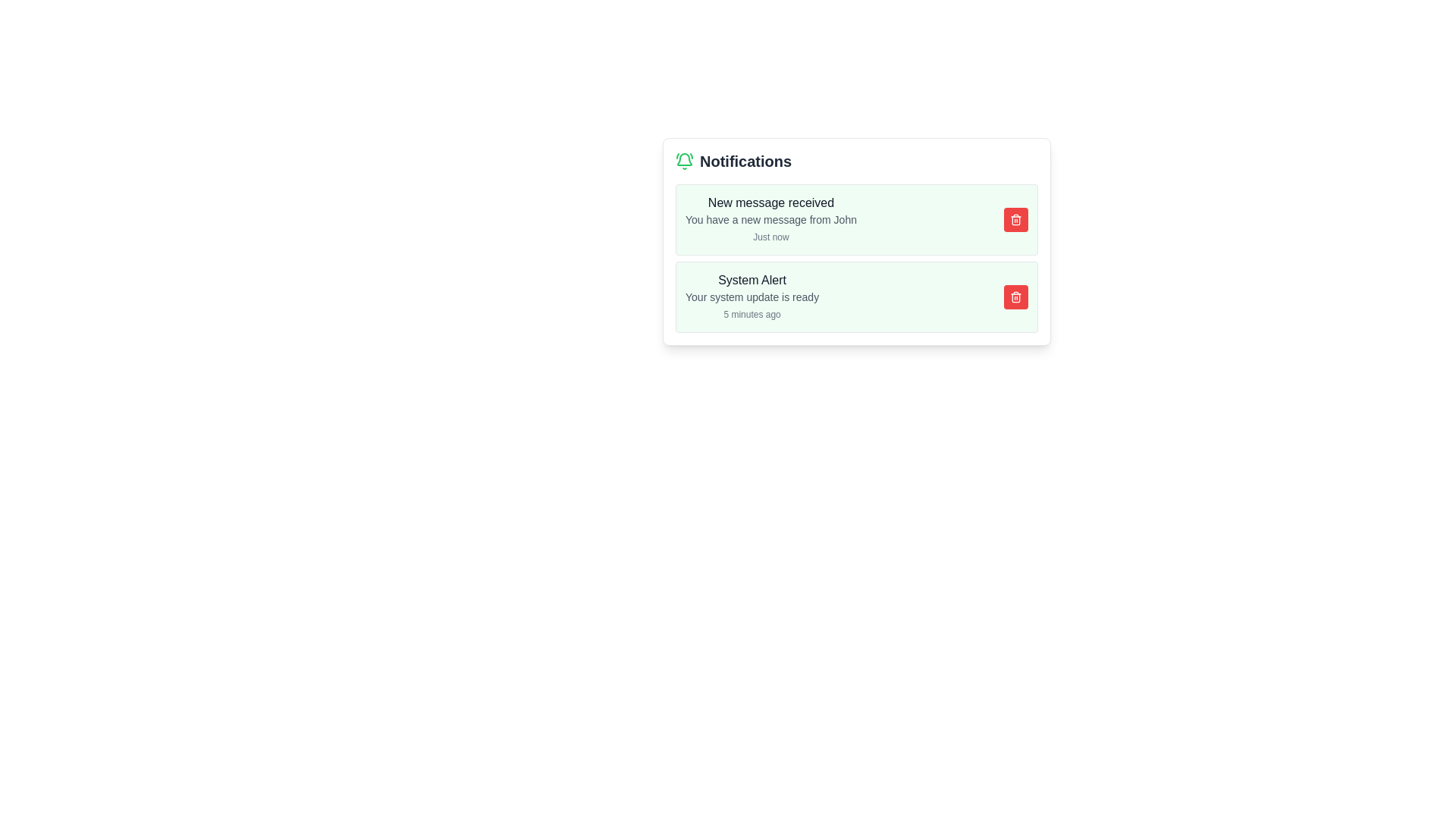  What do you see at coordinates (771, 237) in the screenshot?
I see `the timestamp text label located at the bottom-right of the notification card` at bounding box center [771, 237].